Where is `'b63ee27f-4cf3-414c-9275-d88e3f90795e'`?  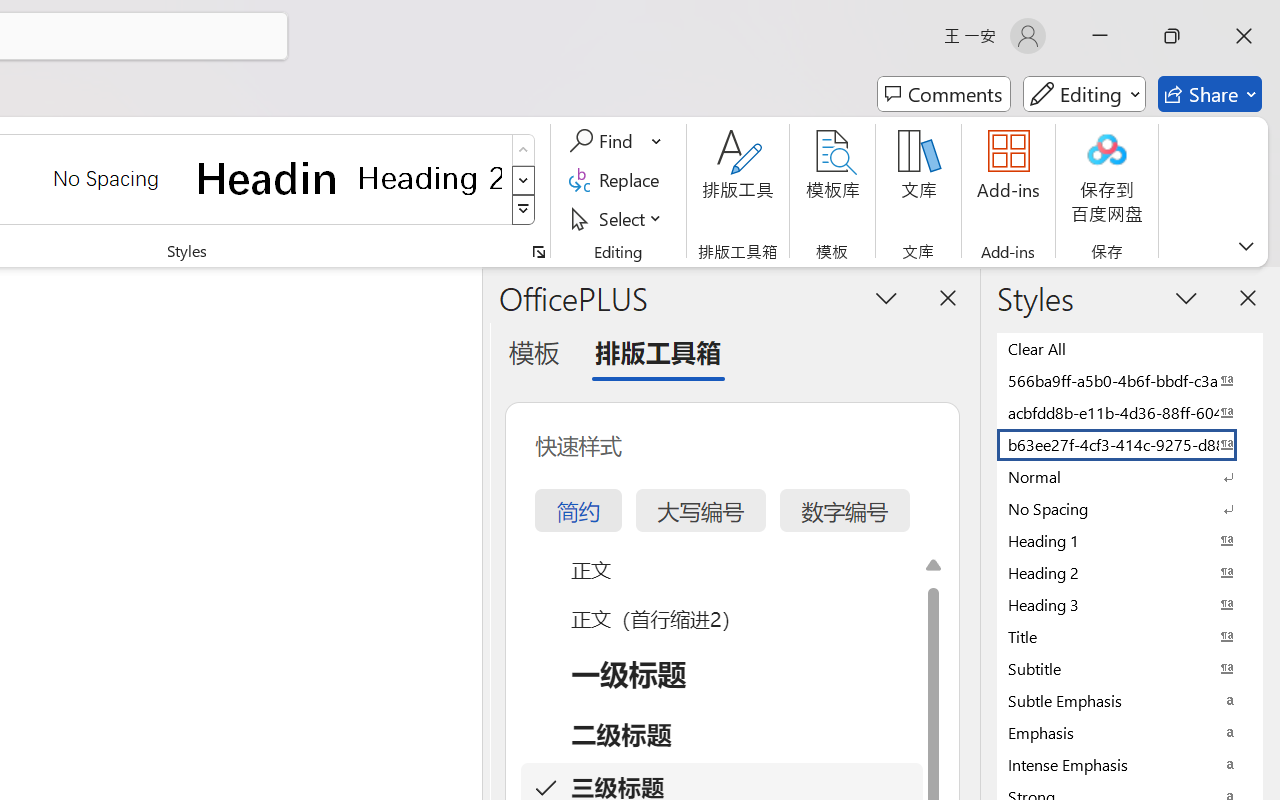 'b63ee27f-4cf3-414c-9275-d88e3f90795e' is located at coordinates (1130, 443).